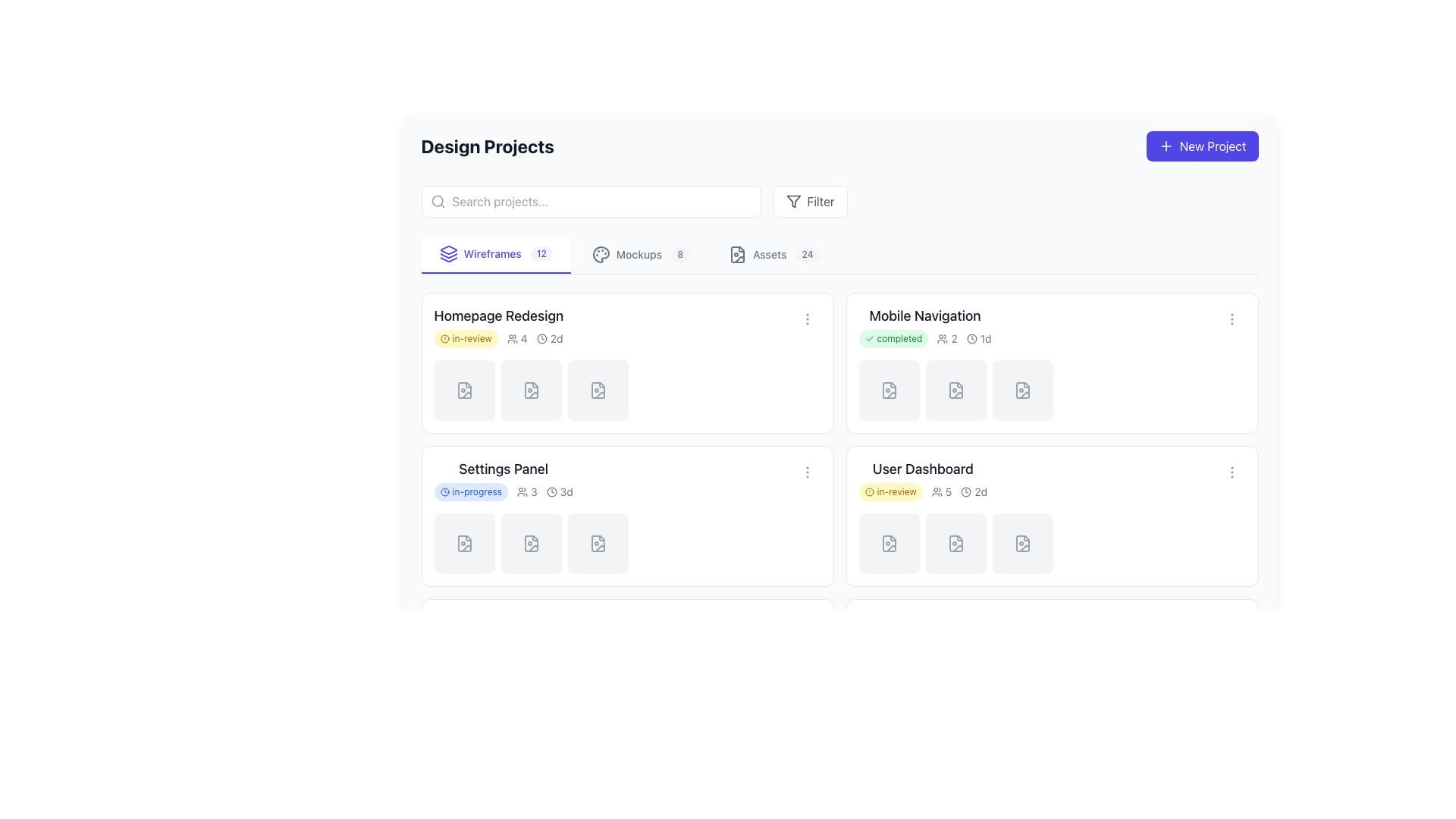  Describe the element at coordinates (504, 479) in the screenshot. I see `the Content card element labeled 'Settings Panel' which includes a status indicator 'in-progress', a user count icon with '3', and a clock symbol with '3d', located in the second row of the grid interface` at that location.